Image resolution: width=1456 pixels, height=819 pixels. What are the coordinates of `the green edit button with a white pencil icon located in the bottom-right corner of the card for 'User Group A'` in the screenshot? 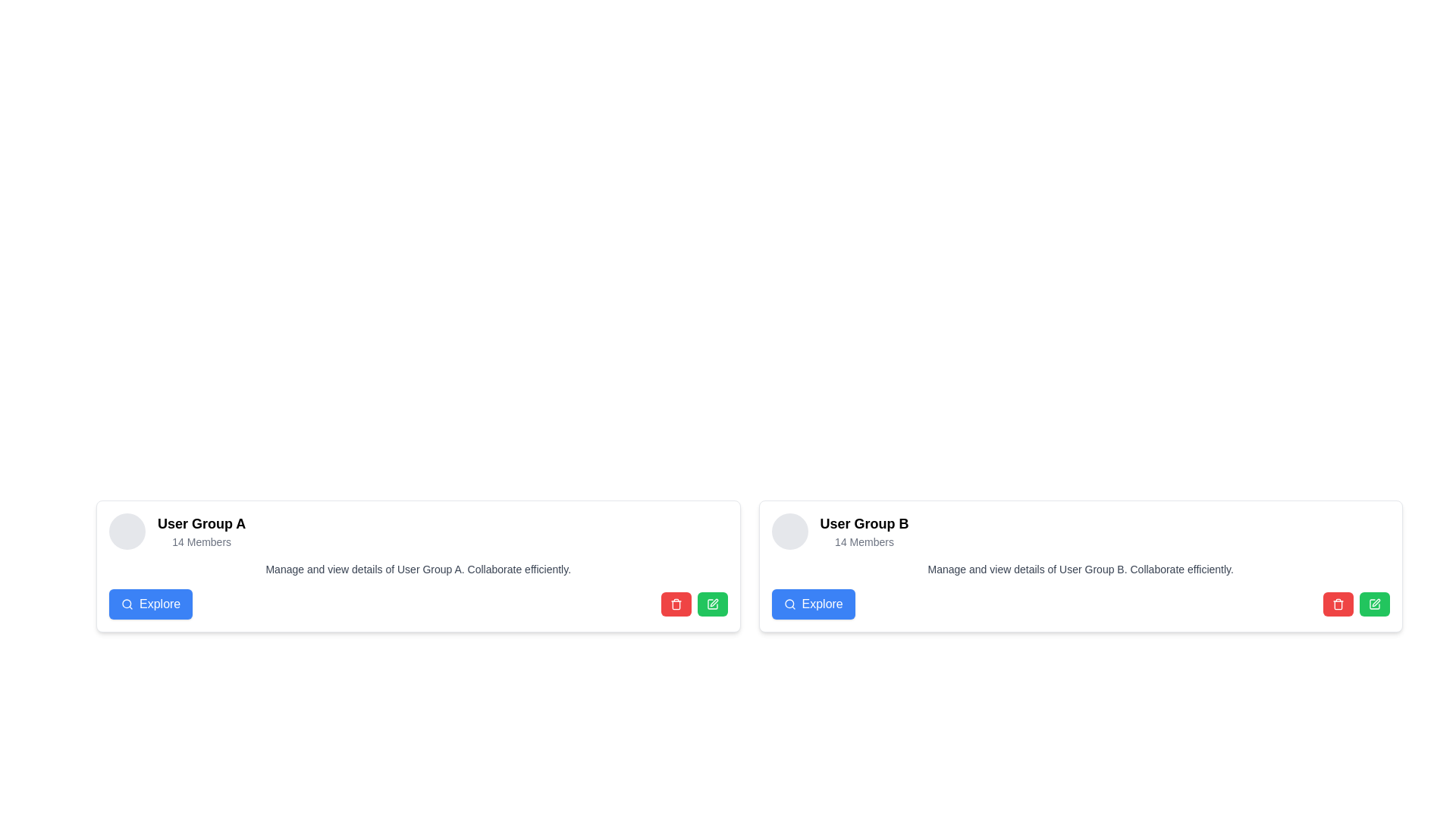 It's located at (693, 604).